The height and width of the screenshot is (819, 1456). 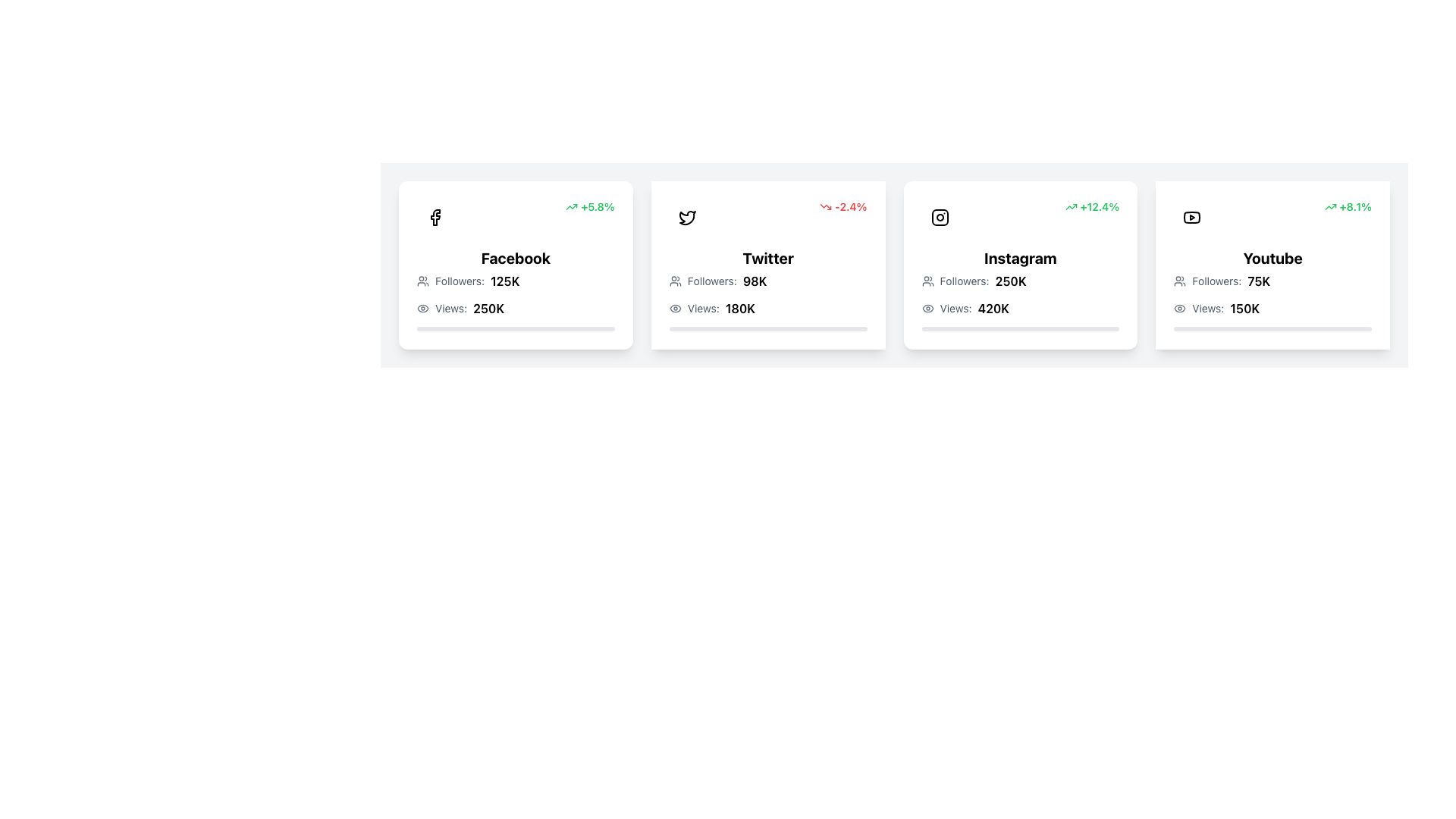 I want to click on the label with an associated icon indicating a negative change in the Twitter card, located in the upper right corner adjacent to the platform's icon and text, so click(x=843, y=207).